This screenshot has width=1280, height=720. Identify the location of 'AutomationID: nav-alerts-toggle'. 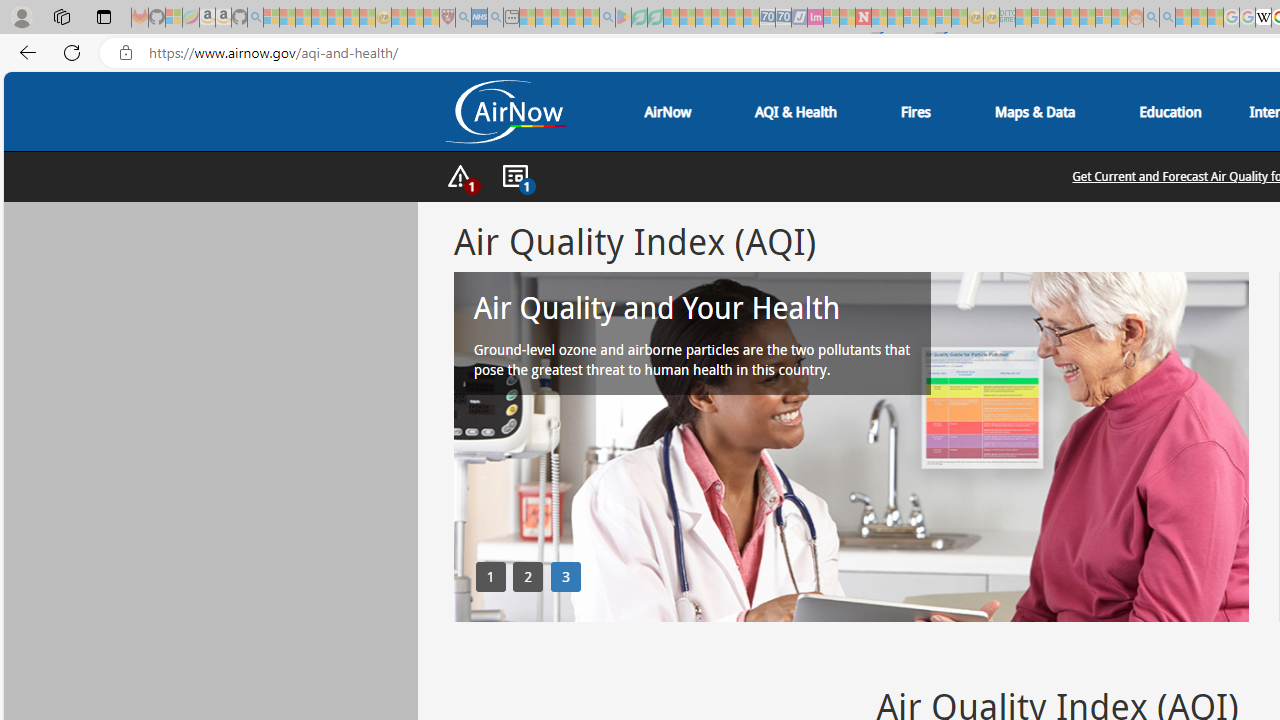
(459, 176).